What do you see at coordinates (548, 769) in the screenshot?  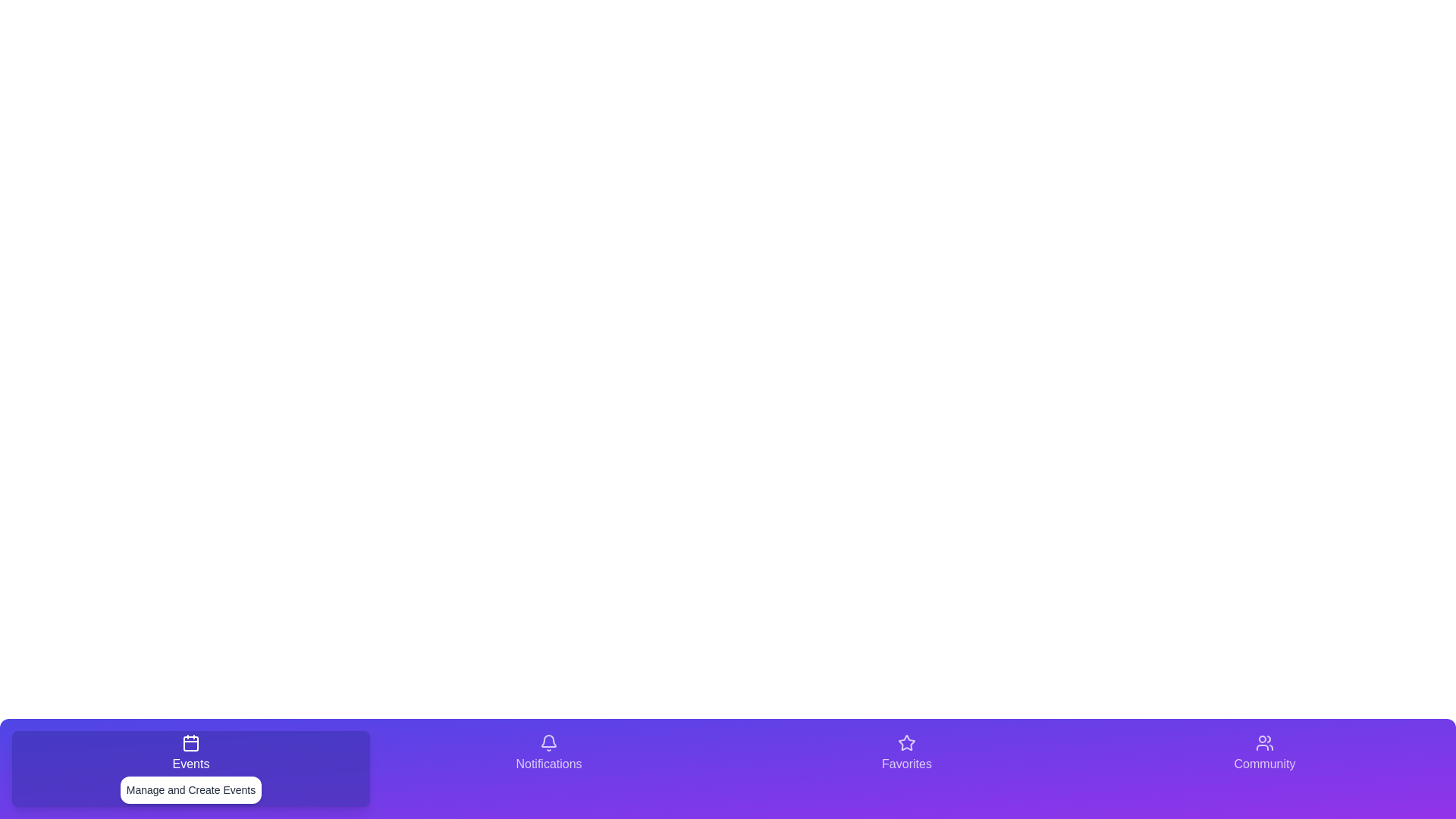 I see `the tab labeled Notifications to observe its hover effect` at bounding box center [548, 769].